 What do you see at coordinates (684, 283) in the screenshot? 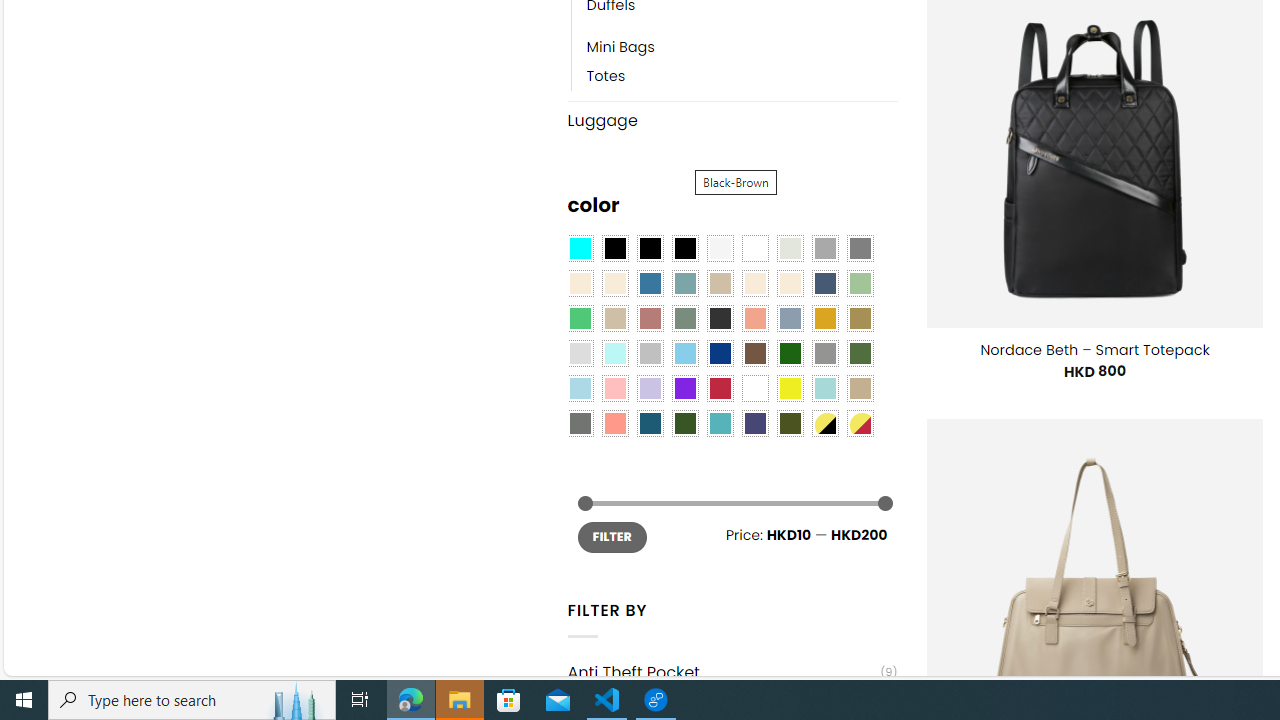
I see `'Blue Sage'` at bounding box center [684, 283].